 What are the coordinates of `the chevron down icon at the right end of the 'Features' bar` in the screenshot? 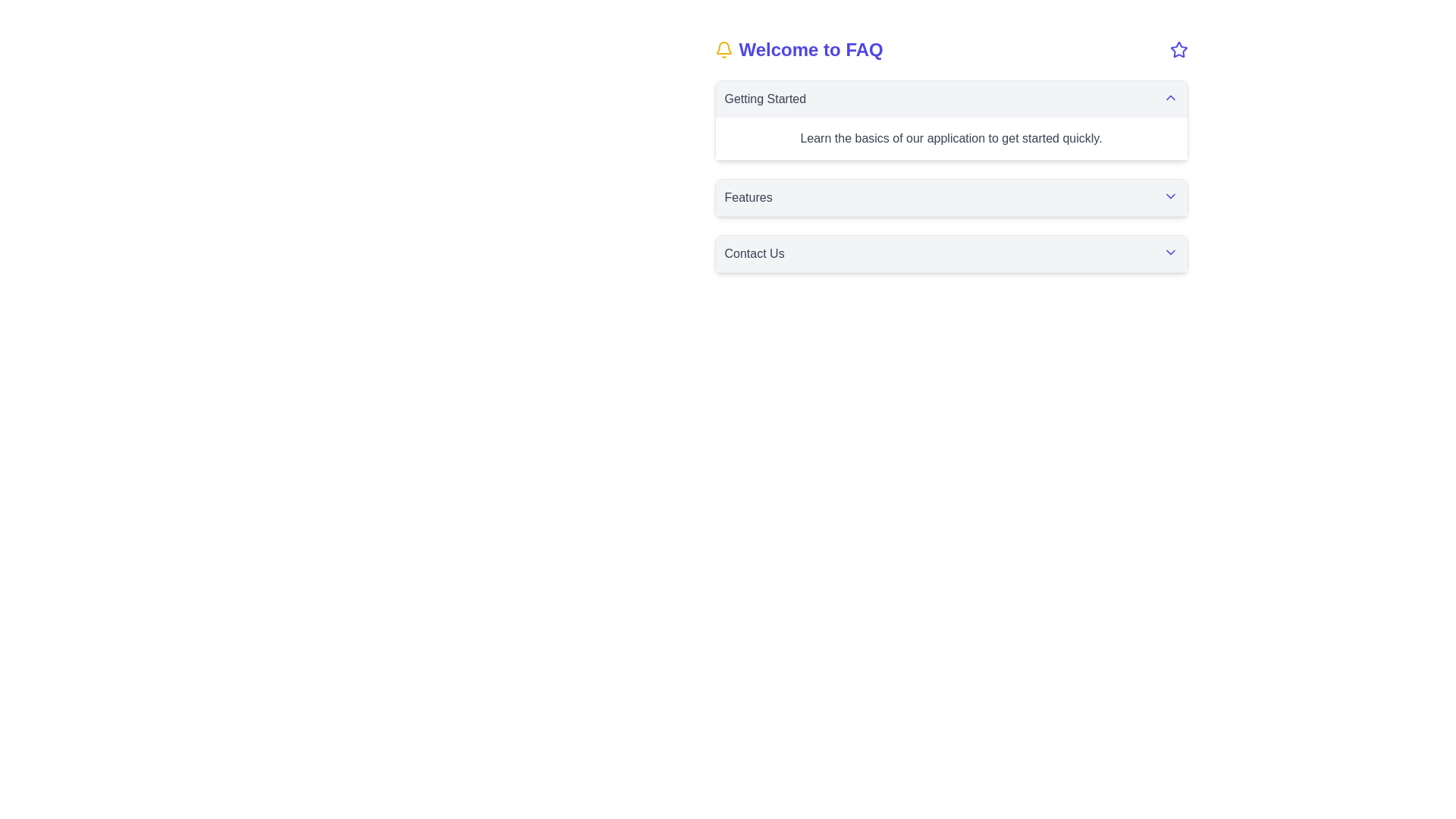 It's located at (1169, 195).